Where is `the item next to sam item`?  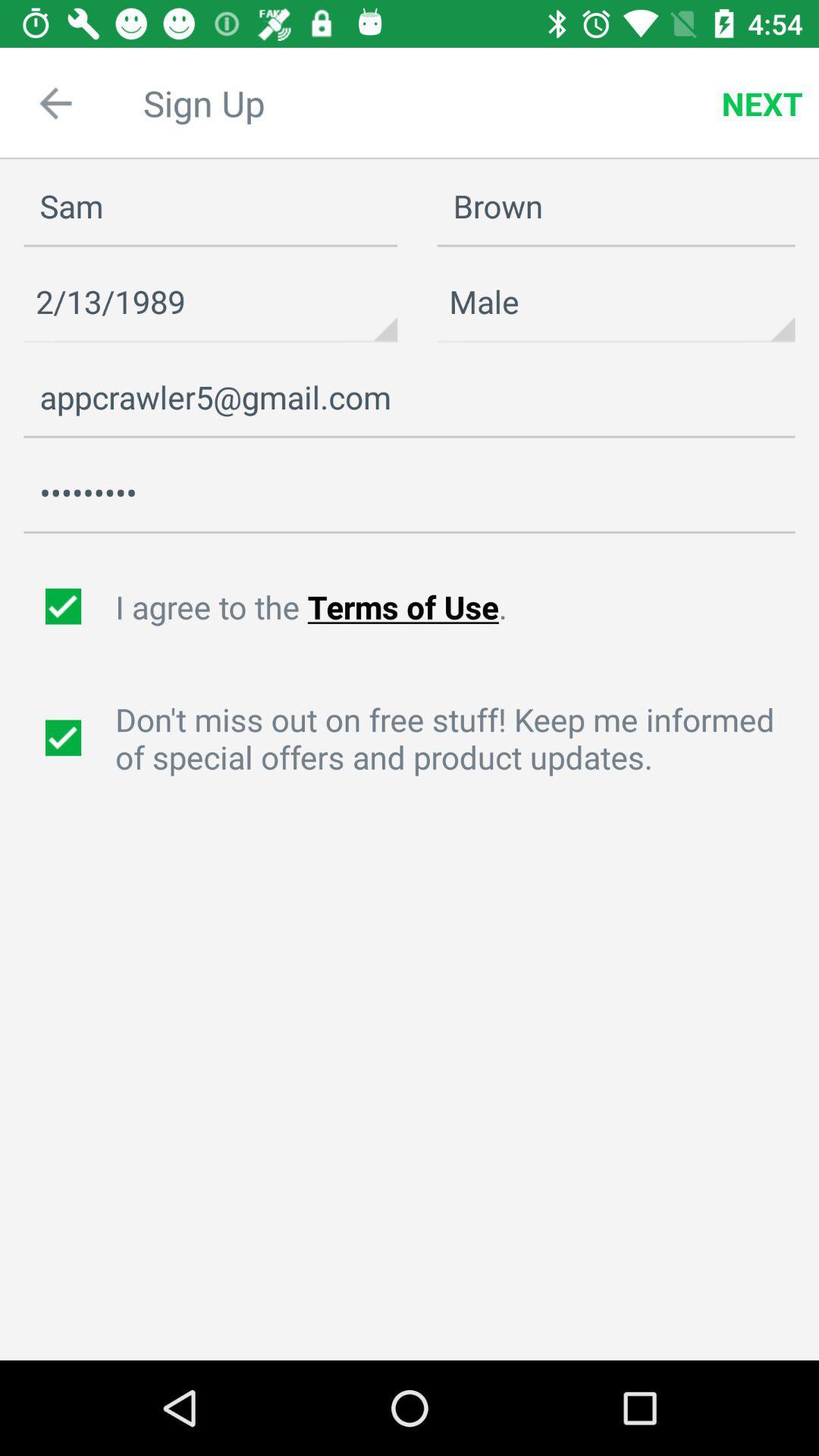 the item next to sam item is located at coordinates (616, 206).